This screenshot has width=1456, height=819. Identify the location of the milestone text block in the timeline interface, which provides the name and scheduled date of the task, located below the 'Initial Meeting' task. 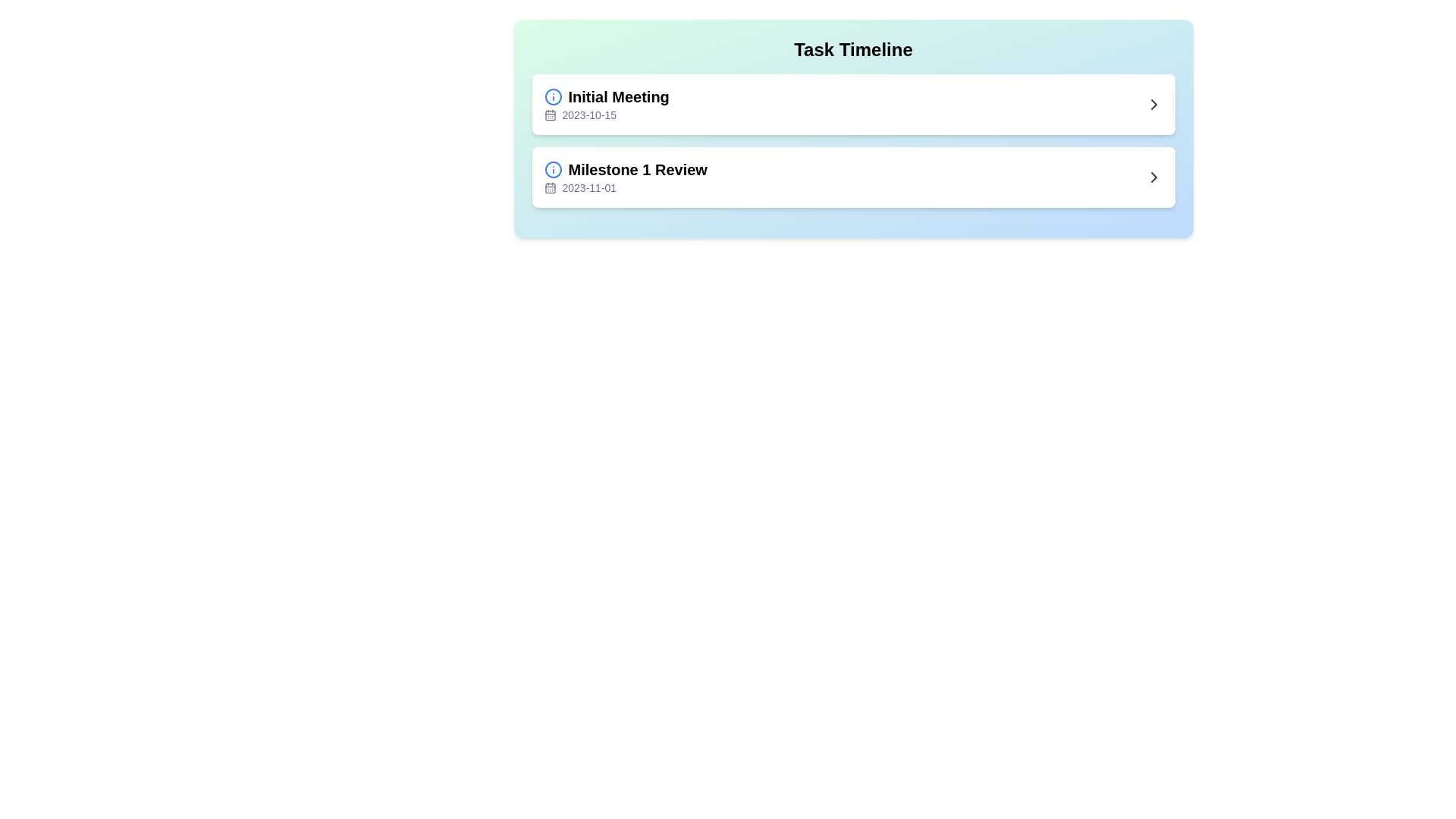
(626, 177).